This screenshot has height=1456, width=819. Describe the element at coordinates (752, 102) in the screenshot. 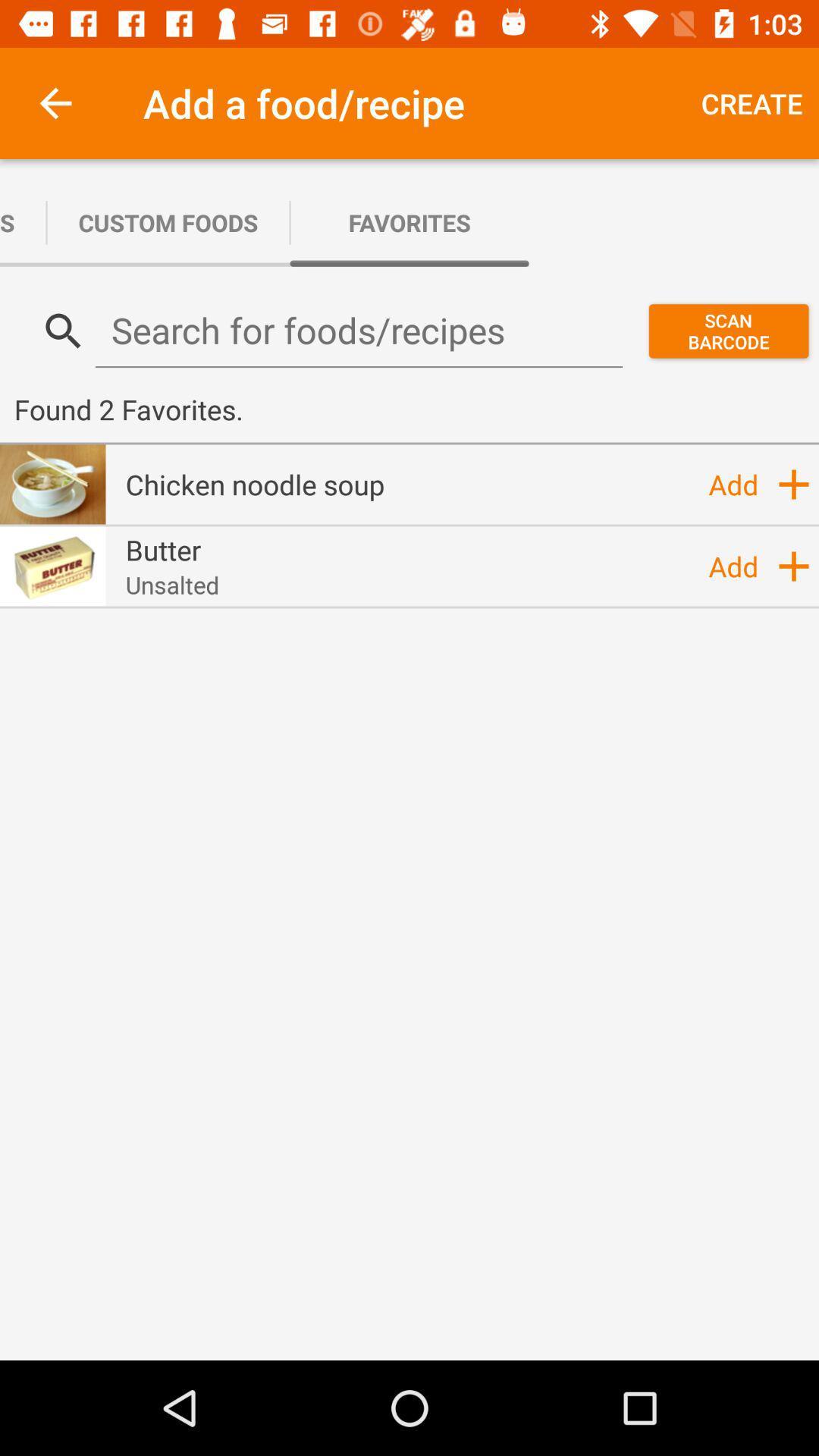

I see `icon next to the add a food item` at that location.